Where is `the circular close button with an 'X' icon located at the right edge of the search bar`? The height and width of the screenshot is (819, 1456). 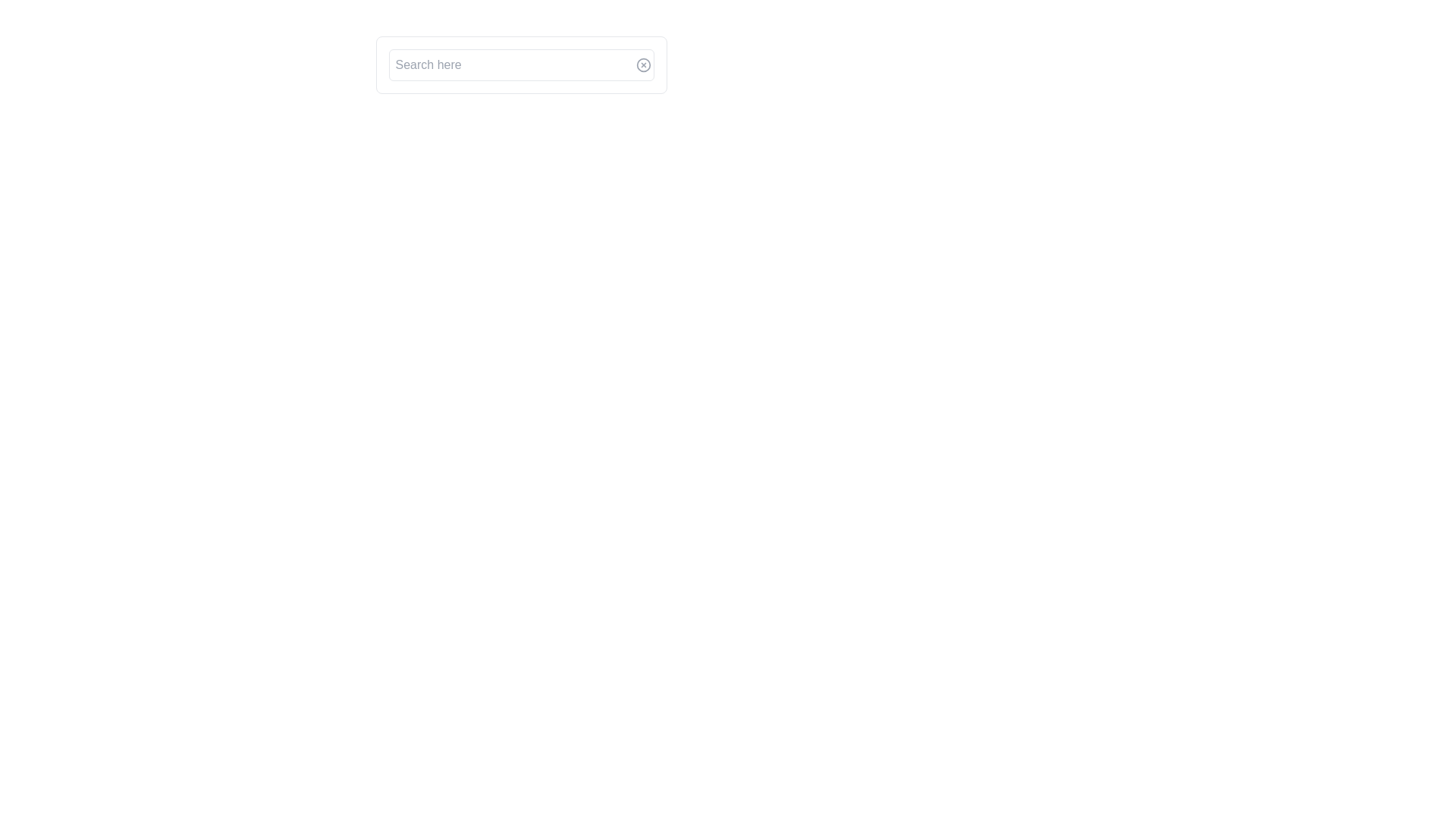 the circular close button with an 'X' icon located at the right edge of the search bar is located at coordinates (643, 64).